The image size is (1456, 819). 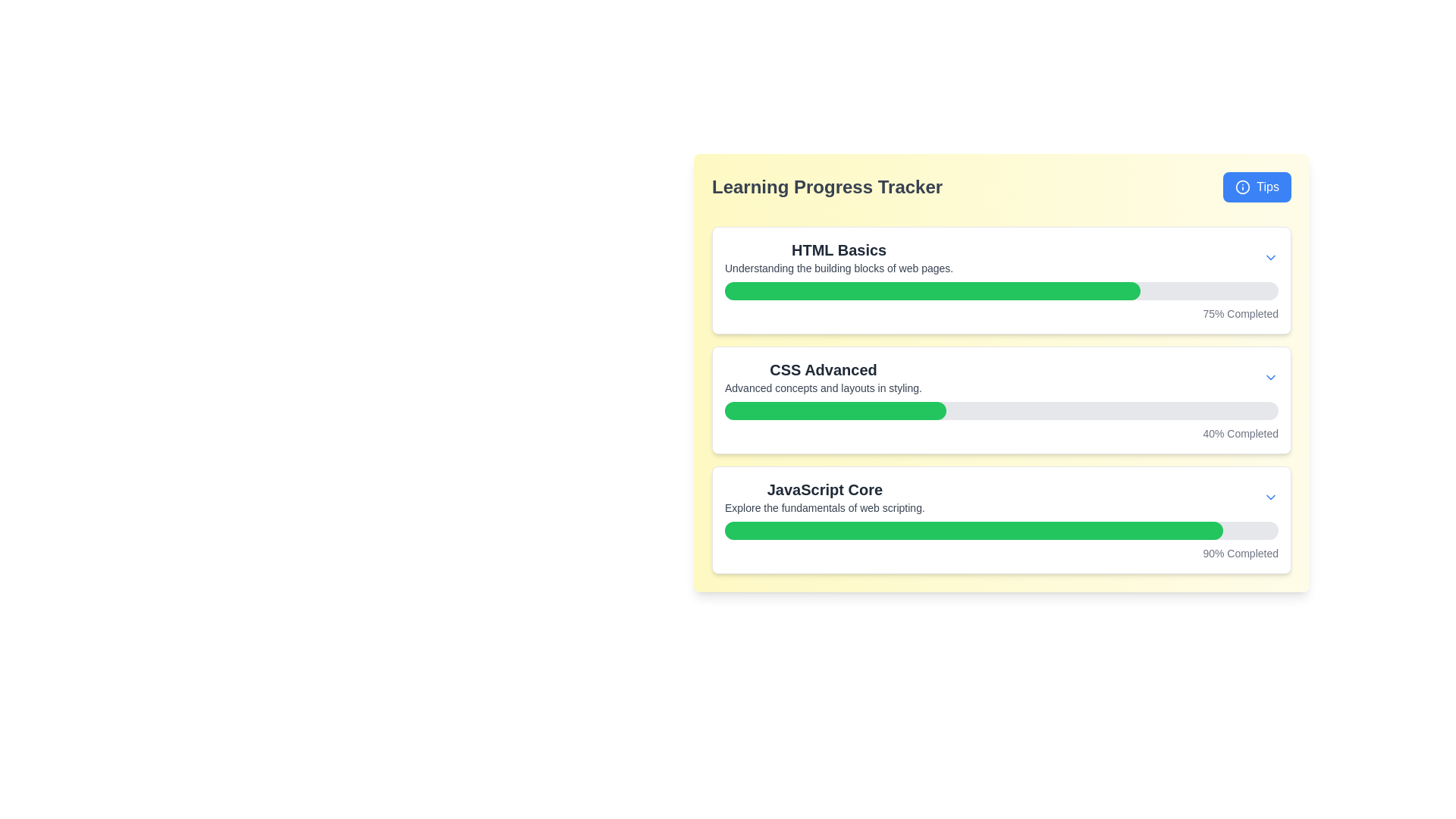 I want to click on the button that provides access to tips in the Learning Progress Tracker section, so click(x=1257, y=186).